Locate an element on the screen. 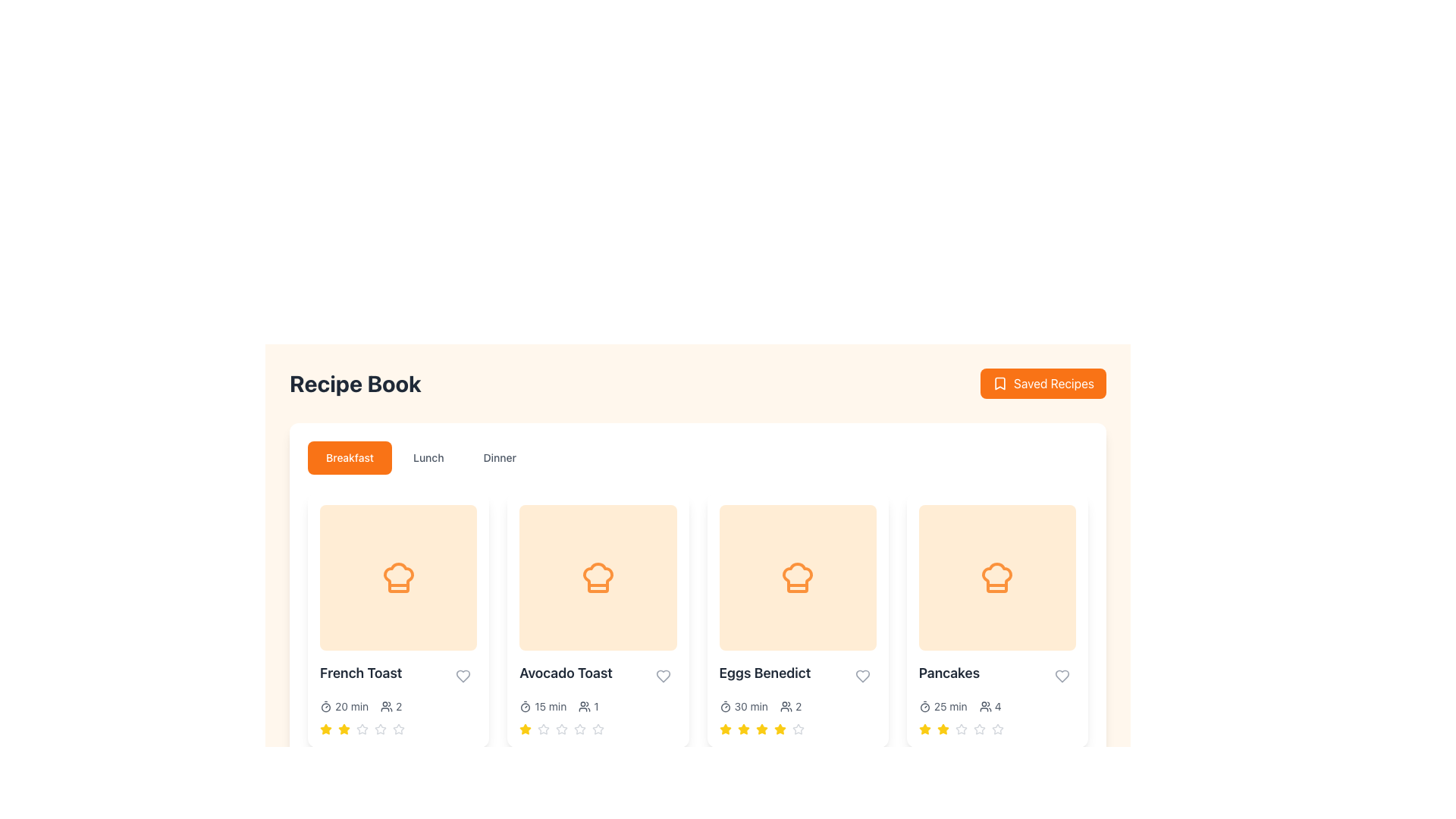 Image resolution: width=1456 pixels, height=819 pixels. the heart-shaped icon located at the bottom-right corner of the 'Pancakes' recipe card to mark this recipe as favorite is located at coordinates (1062, 675).